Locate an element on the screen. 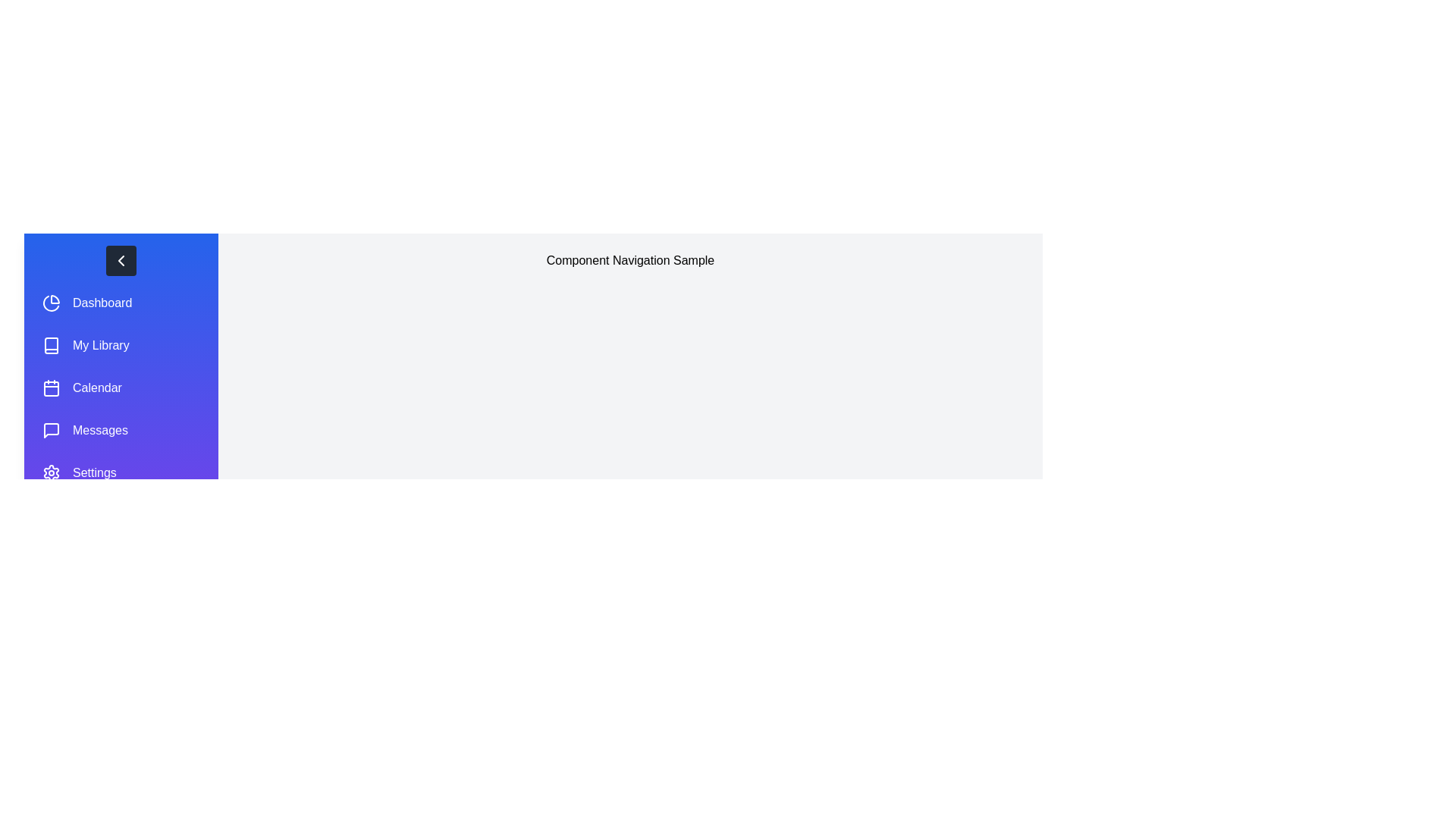 This screenshot has width=1456, height=819. the menu item Messages from the navigation panel is located at coordinates (120, 430).